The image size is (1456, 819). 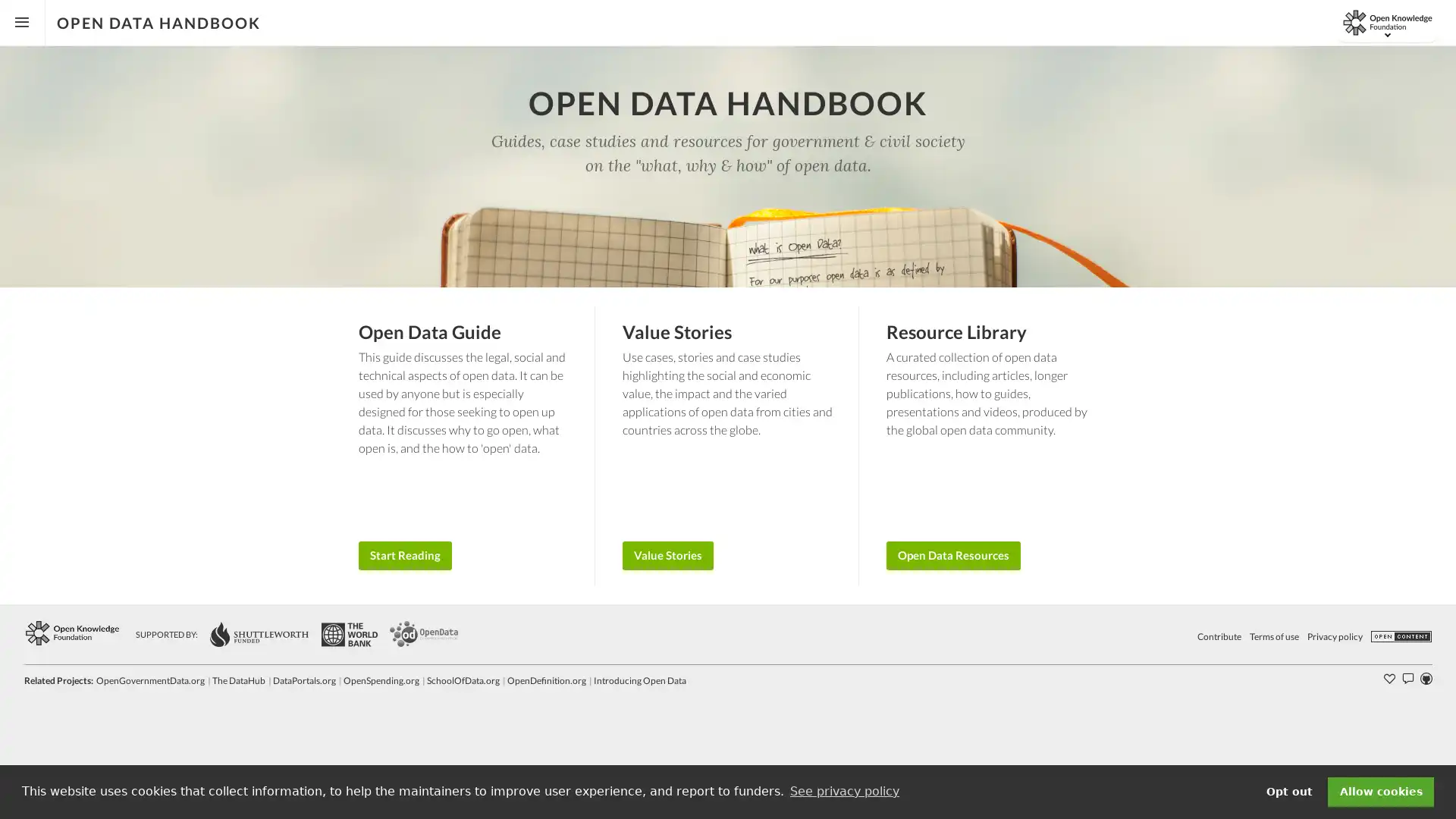 I want to click on deny cookies, so click(x=1288, y=791).